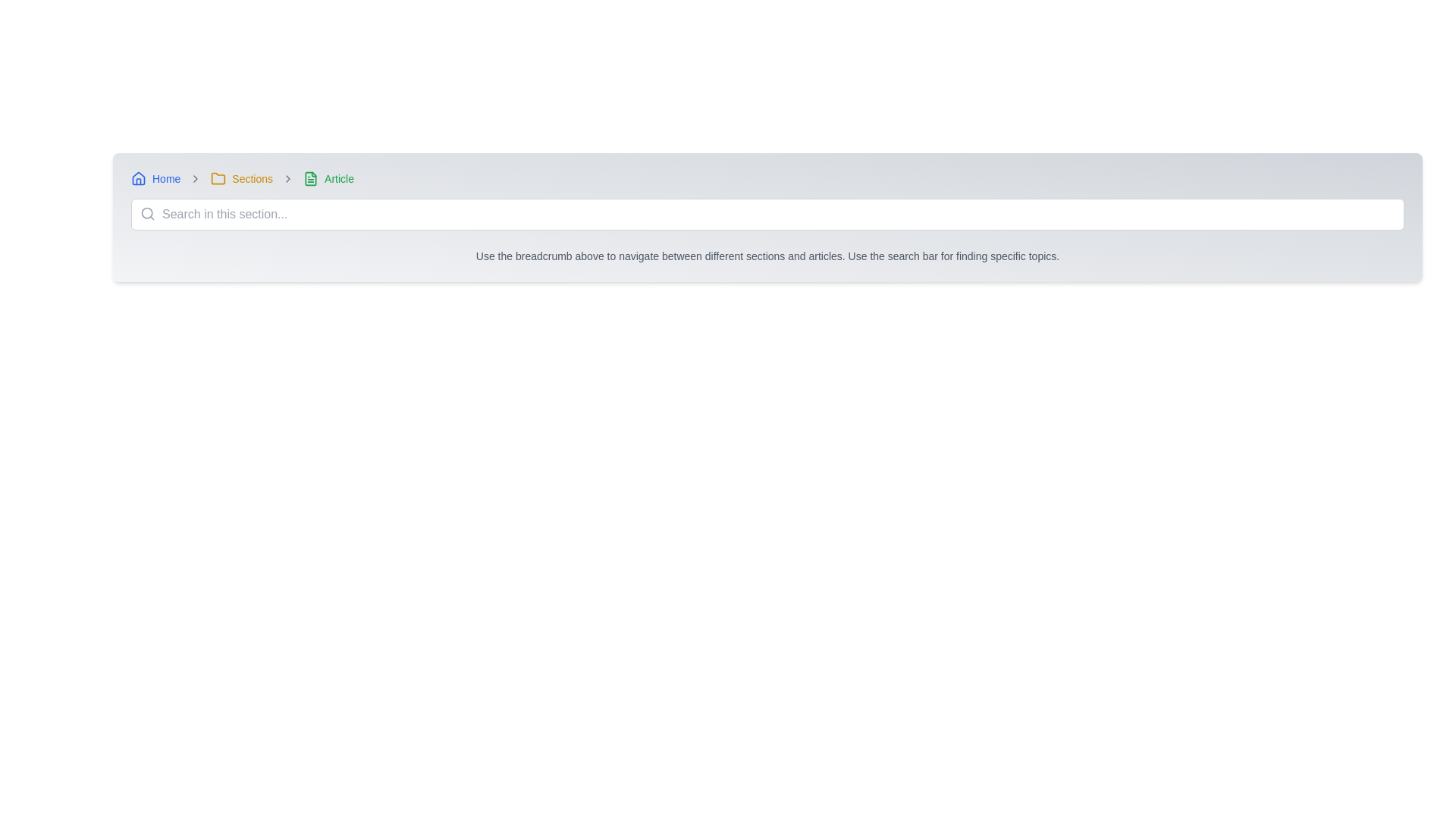 The image size is (1456, 819). I want to click on the magnifying glass icon located on the left side of the search input field to initiate a search action, so click(148, 213).